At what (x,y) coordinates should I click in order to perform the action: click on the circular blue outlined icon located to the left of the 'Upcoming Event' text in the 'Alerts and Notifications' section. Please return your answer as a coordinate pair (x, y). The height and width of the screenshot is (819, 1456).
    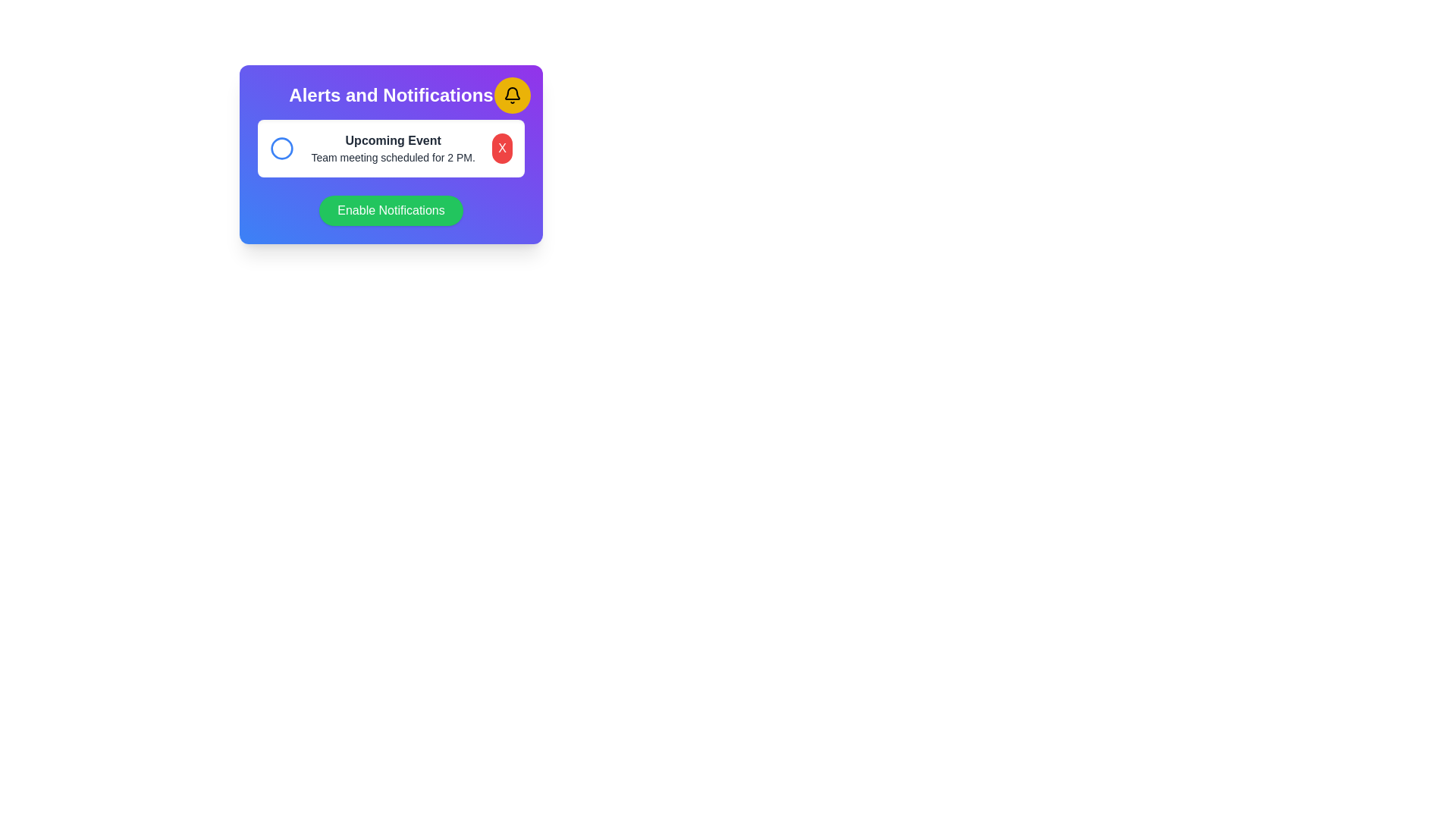
    Looking at the image, I should click on (282, 149).